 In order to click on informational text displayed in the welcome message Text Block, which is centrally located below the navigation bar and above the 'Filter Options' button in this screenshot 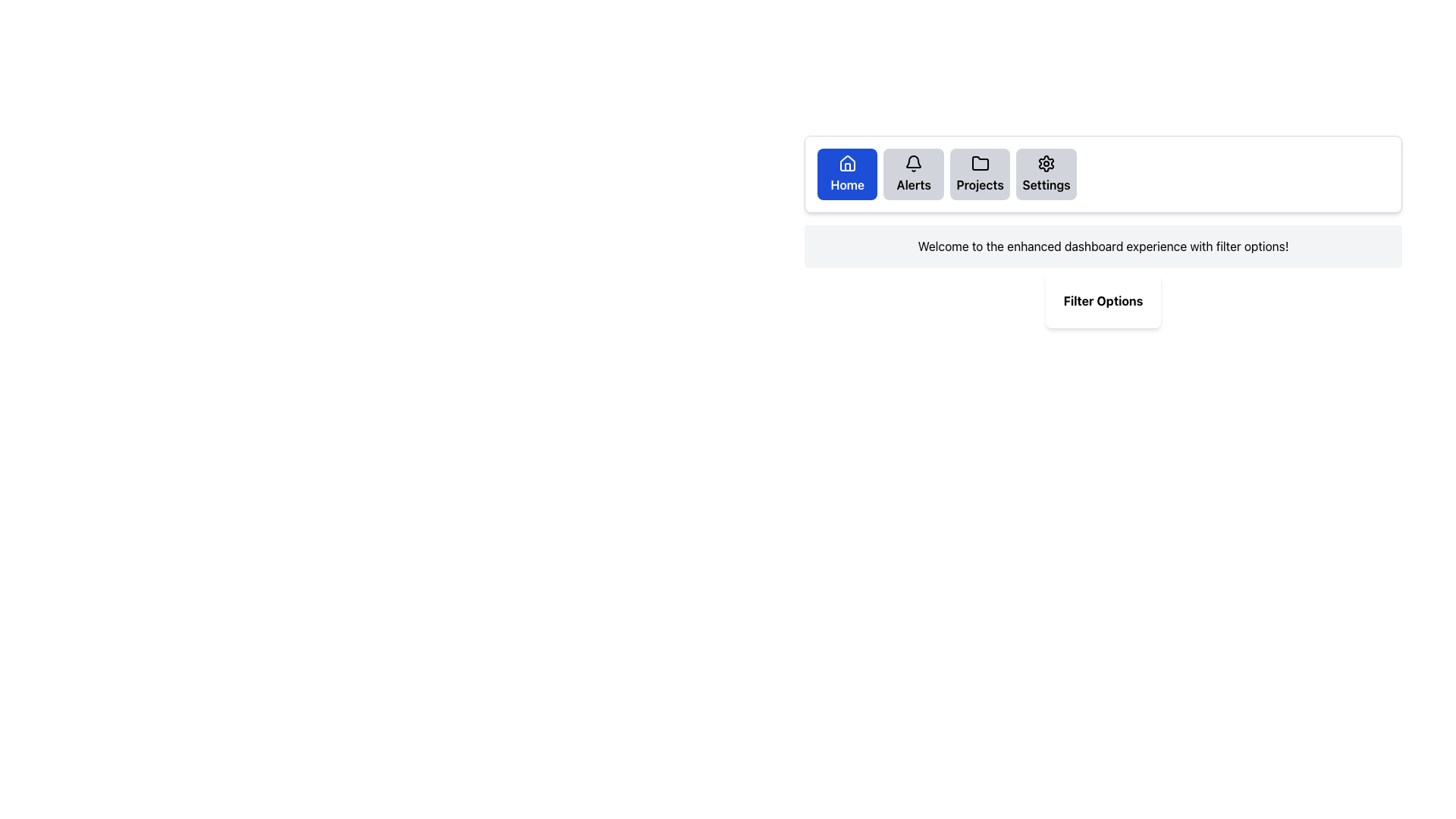, I will do `click(1103, 245)`.